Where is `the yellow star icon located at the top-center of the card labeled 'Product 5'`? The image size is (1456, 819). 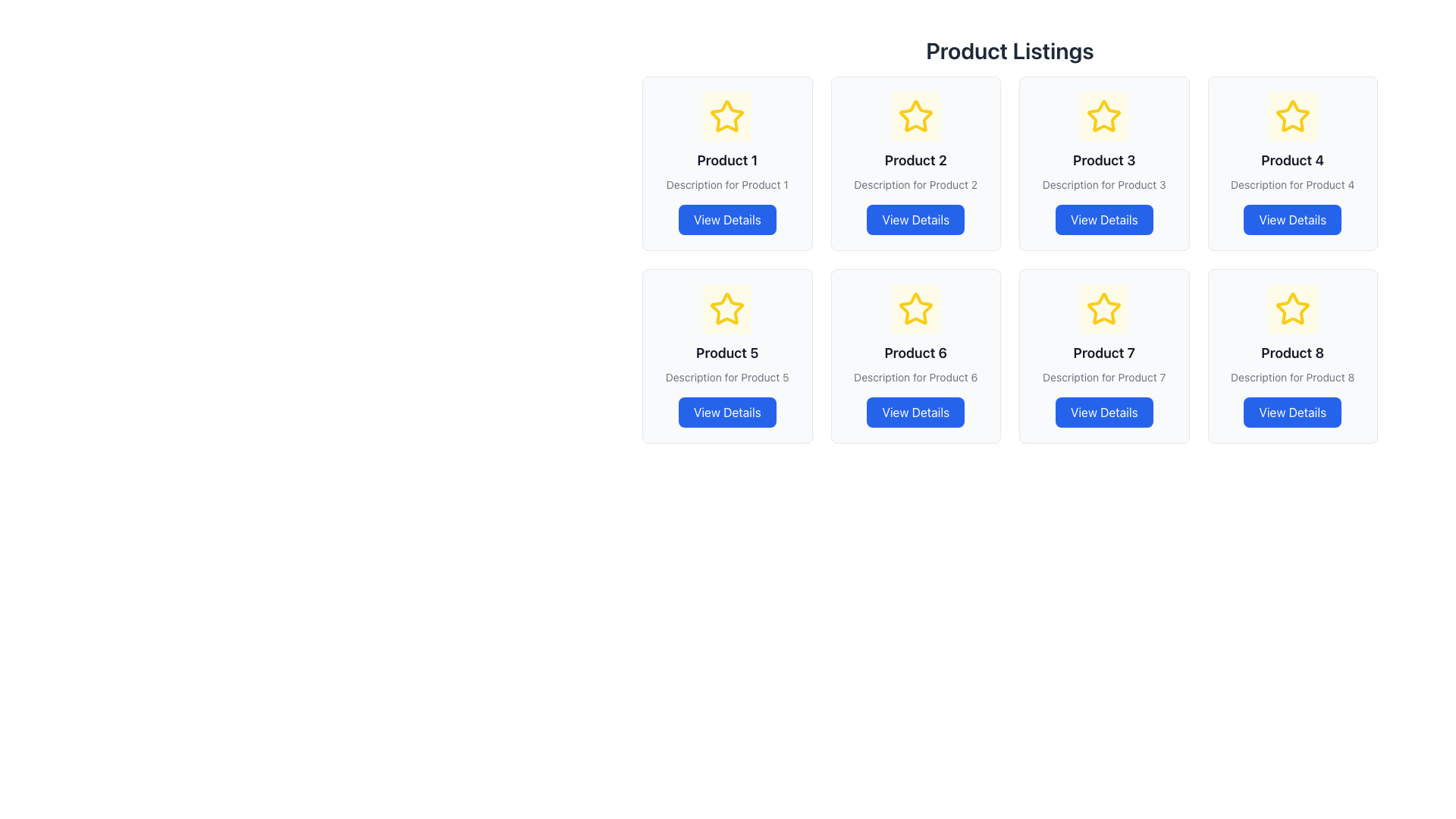 the yellow star icon located at the top-center of the card labeled 'Product 5' is located at coordinates (726, 309).